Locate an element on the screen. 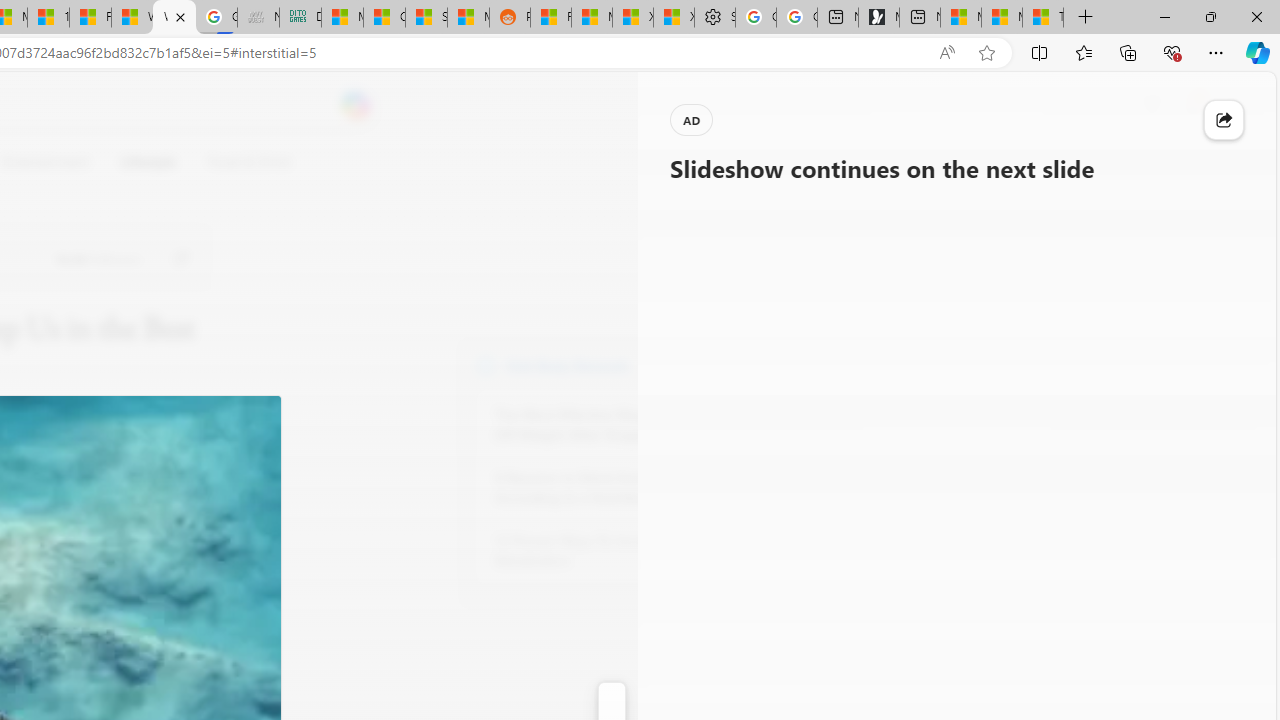 This screenshot has width=1280, height=720. 'Fitness - MSN' is located at coordinates (89, 17).